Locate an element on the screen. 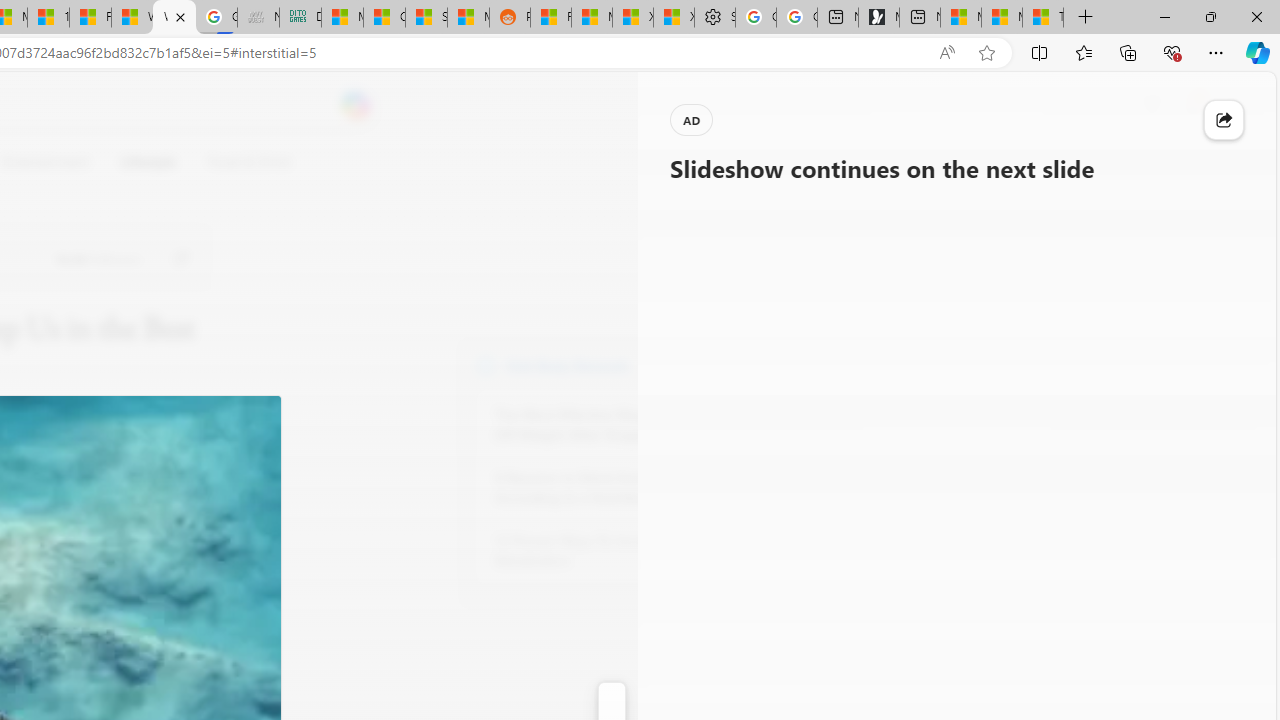 This screenshot has width=1280, height=720. 'Fitness - MSN' is located at coordinates (89, 17).